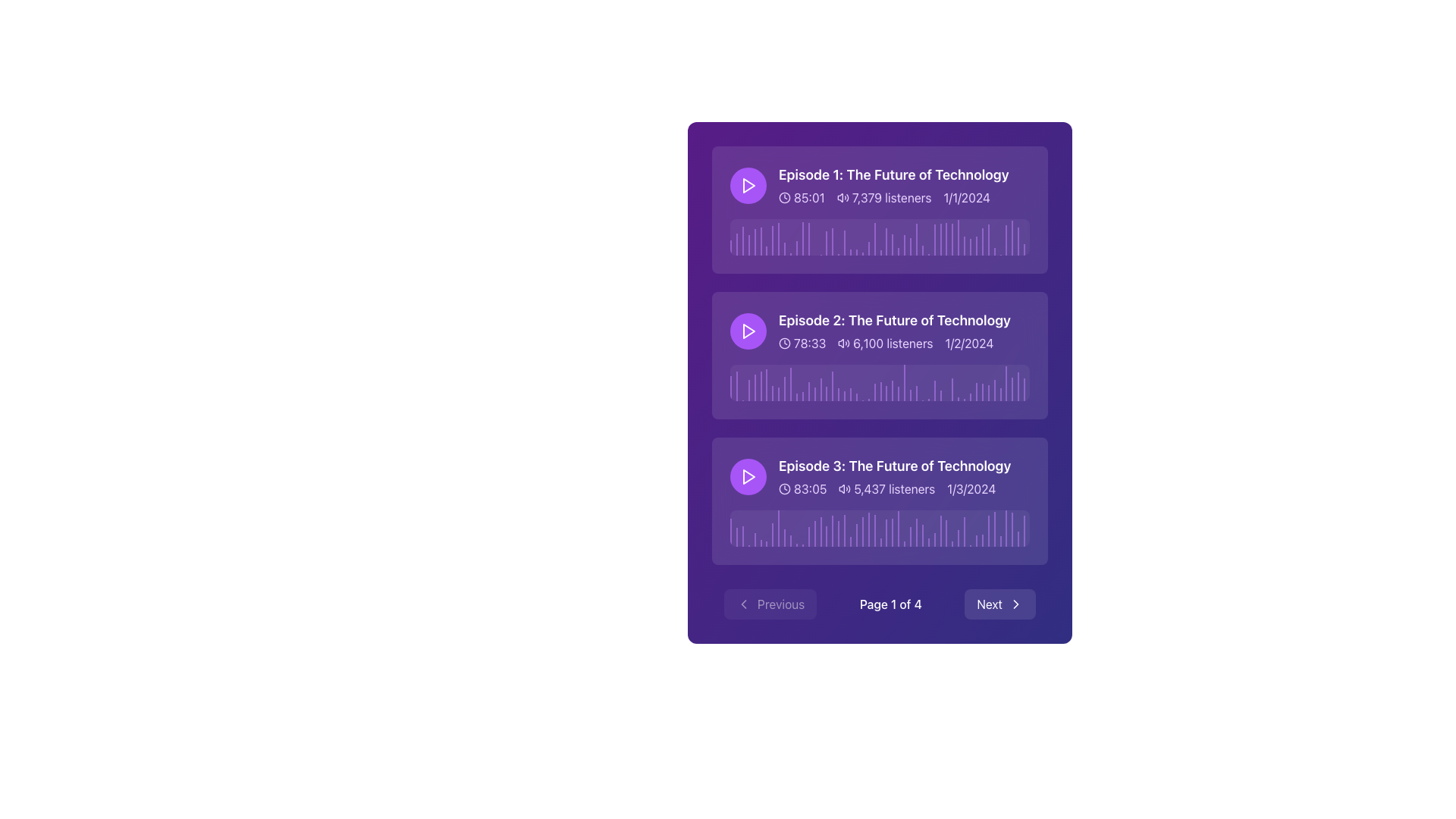 This screenshot has height=819, width=1456. What do you see at coordinates (1000, 604) in the screenshot?
I see `the 'Next' button, which is a rectangular button with white text on a semi-transparent dark background and a right-pointing chevron icon, located in the bottom-right corner of the navigation bar` at bounding box center [1000, 604].